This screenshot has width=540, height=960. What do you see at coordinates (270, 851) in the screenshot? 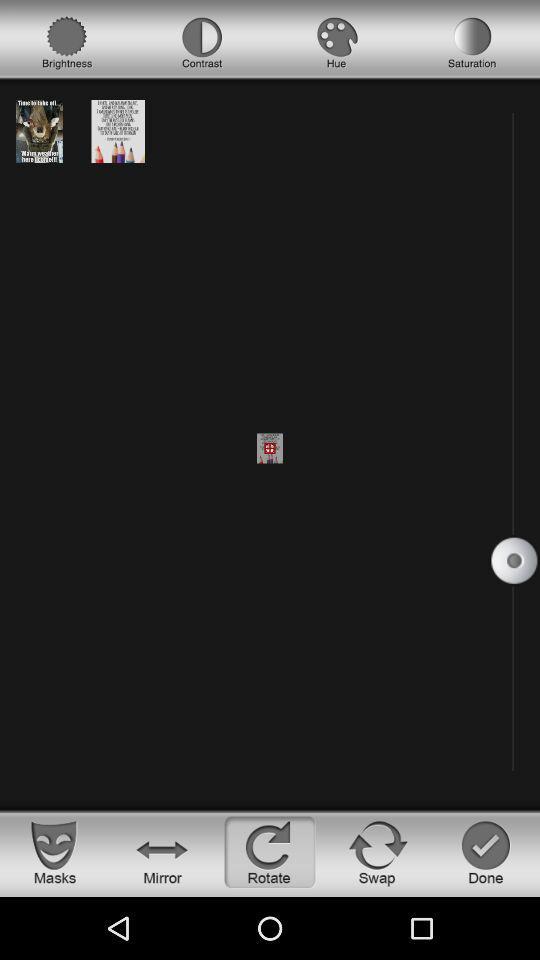
I see `the refresh icon` at bounding box center [270, 851].